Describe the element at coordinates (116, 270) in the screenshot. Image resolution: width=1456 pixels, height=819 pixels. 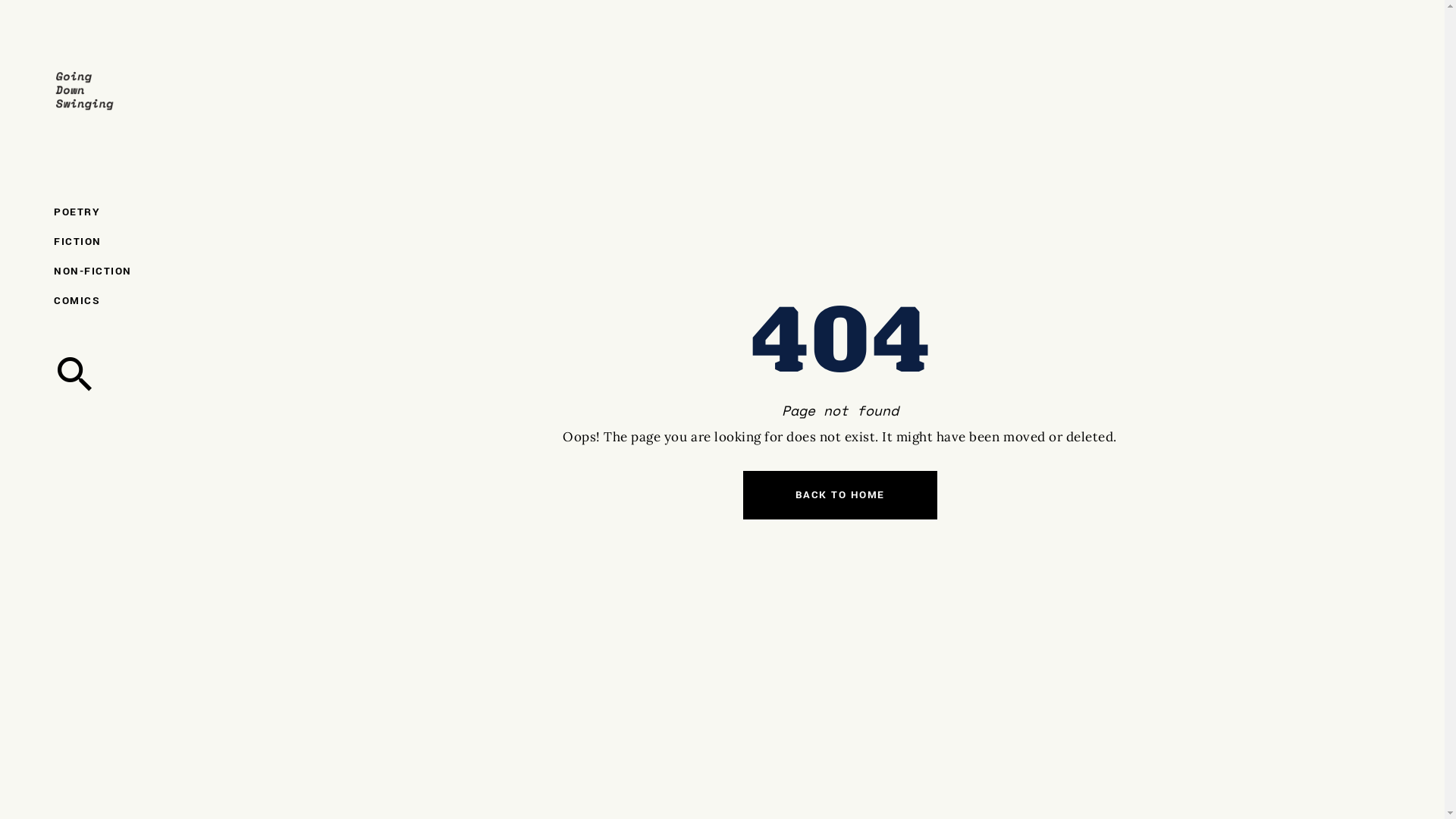
I see `'NON-FICTION'` at that location.